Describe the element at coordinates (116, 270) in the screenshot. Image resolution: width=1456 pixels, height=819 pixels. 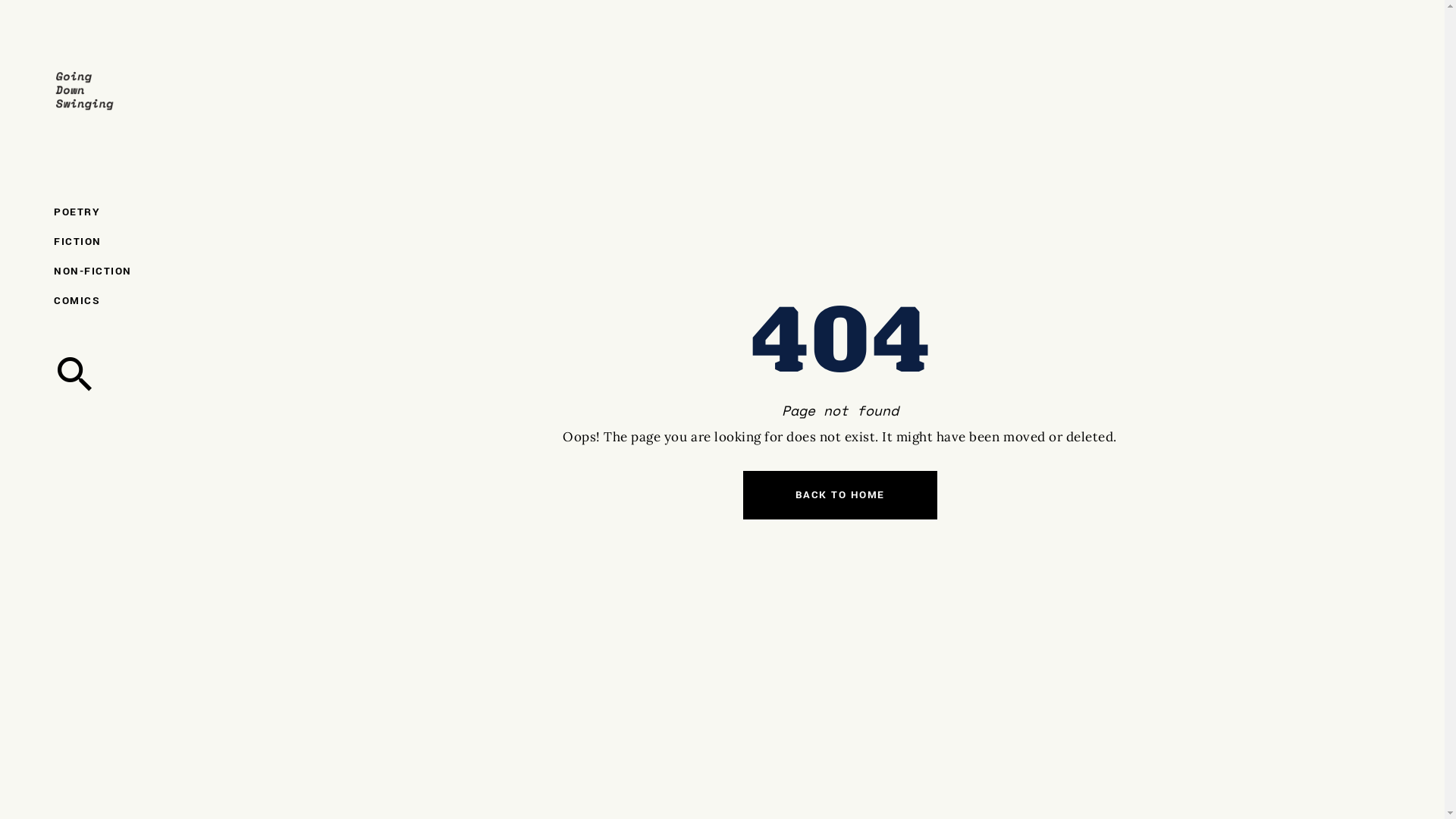
I see `'NON-FICTION'` at that location.